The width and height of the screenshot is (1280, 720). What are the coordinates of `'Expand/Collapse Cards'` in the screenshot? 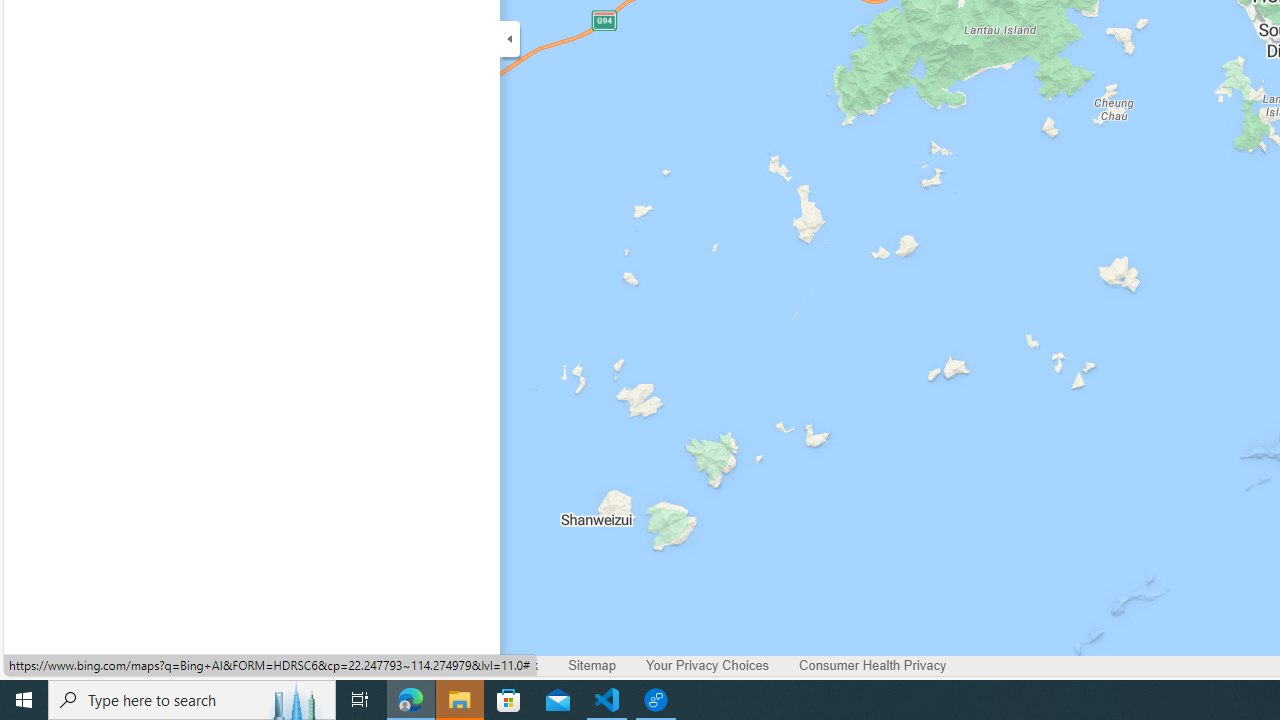 It's located at (510, 38).